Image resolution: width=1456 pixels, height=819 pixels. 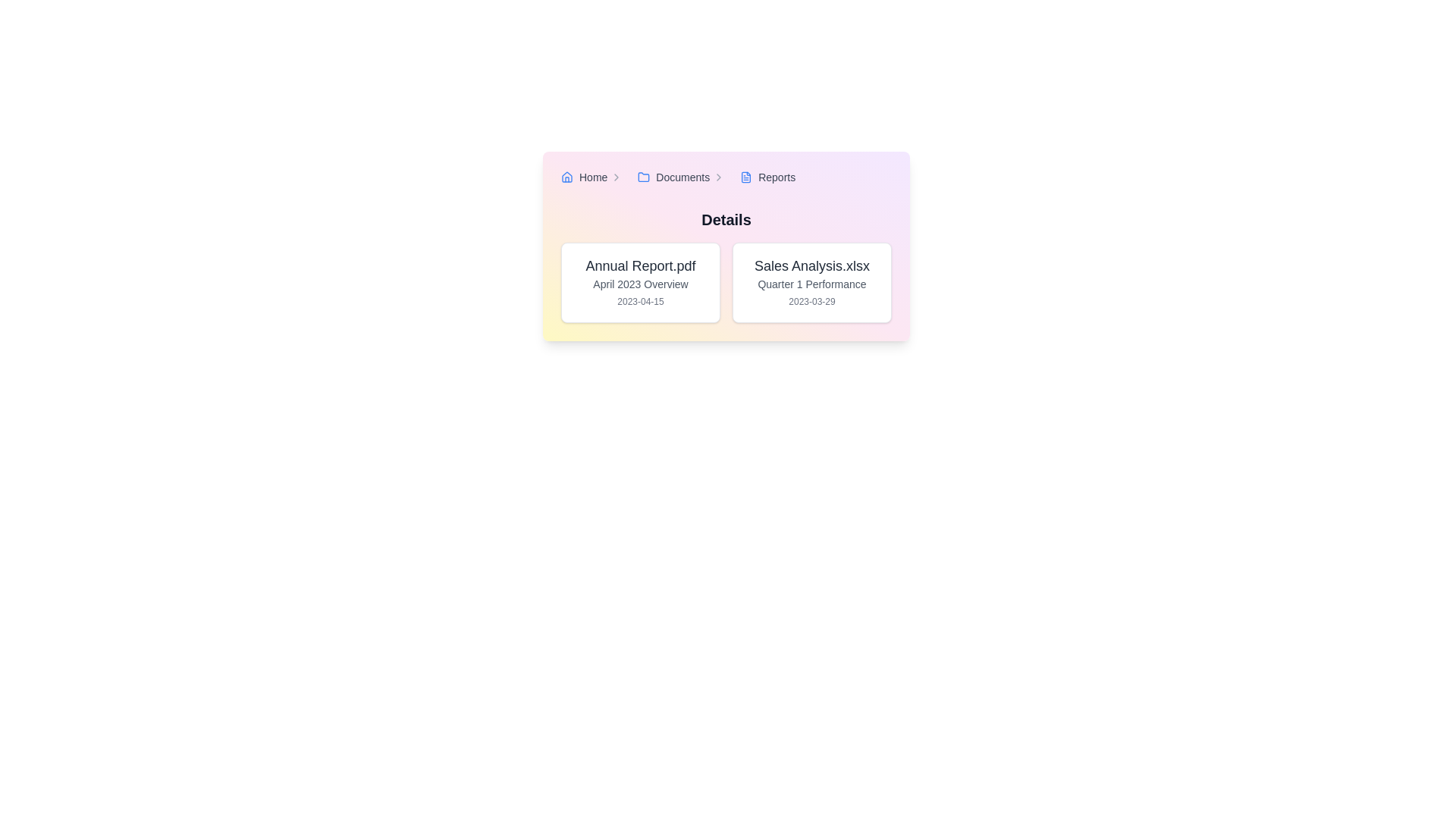 What do you see at coordinates (777, 177) in the screenshot?
I see `the 'Reports' hyperlink element in the breadcrumb navigation` at bounding box center [777, 177].